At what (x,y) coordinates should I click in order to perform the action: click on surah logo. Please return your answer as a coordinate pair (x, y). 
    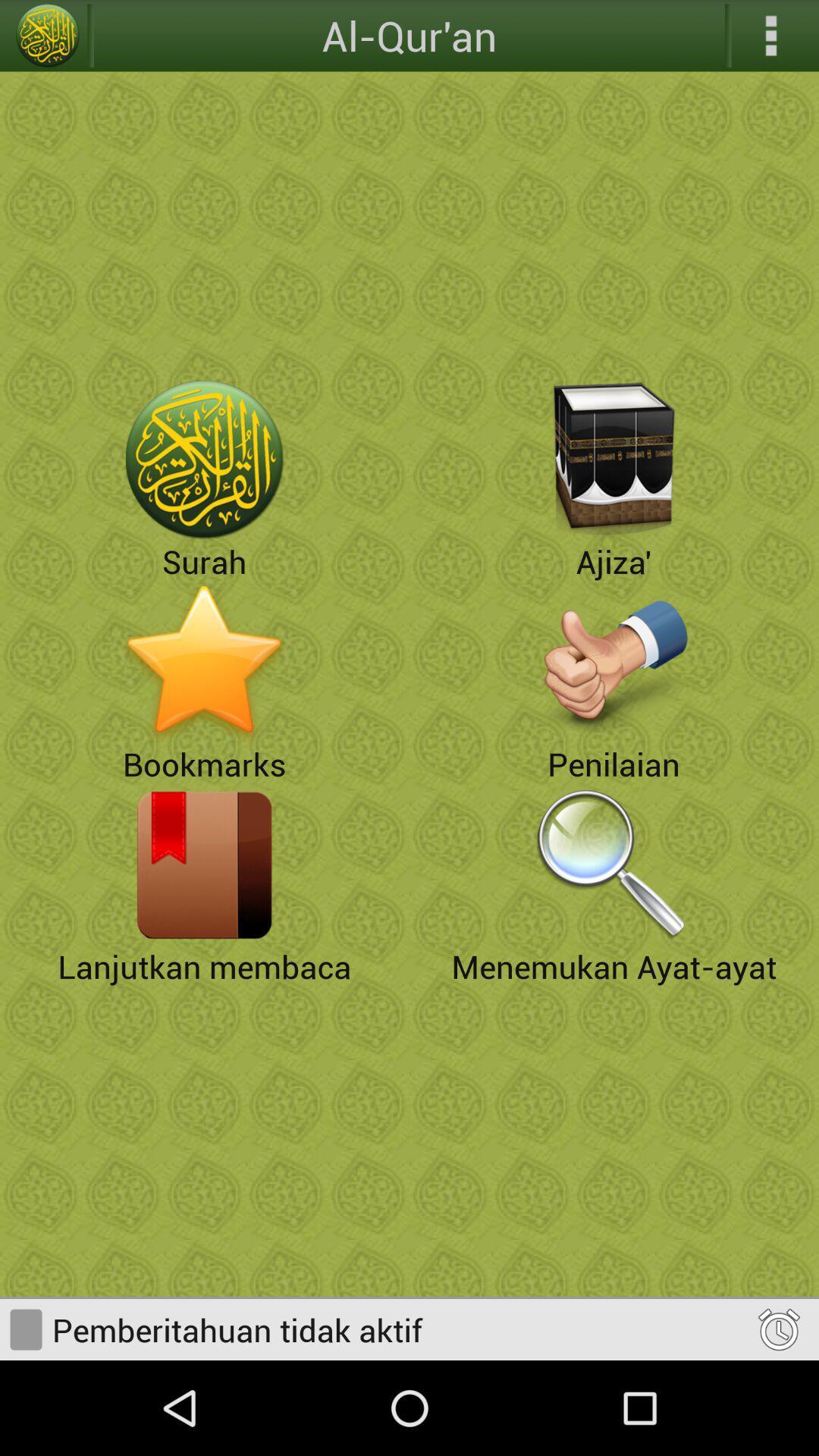
    Looking at the image, I should click on (205, 459).